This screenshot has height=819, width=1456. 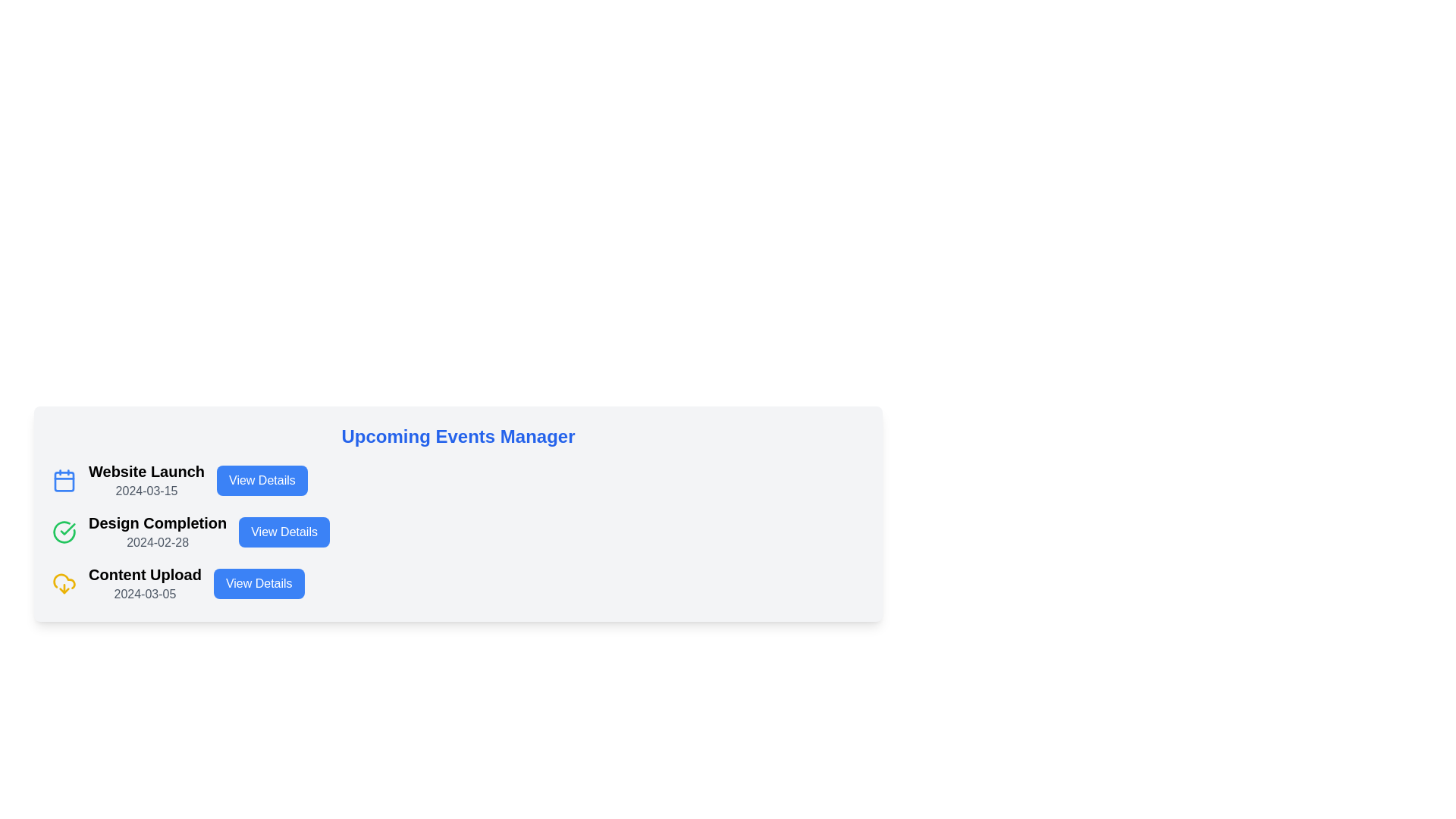 What do you see at coordinates (158, 541) in the screenshot?
I see `the static text displaying the date '2024-02-28', which is located below the label 'Design Completion' and to the left of the 'View Details' button` at bounding box center [158, 541].